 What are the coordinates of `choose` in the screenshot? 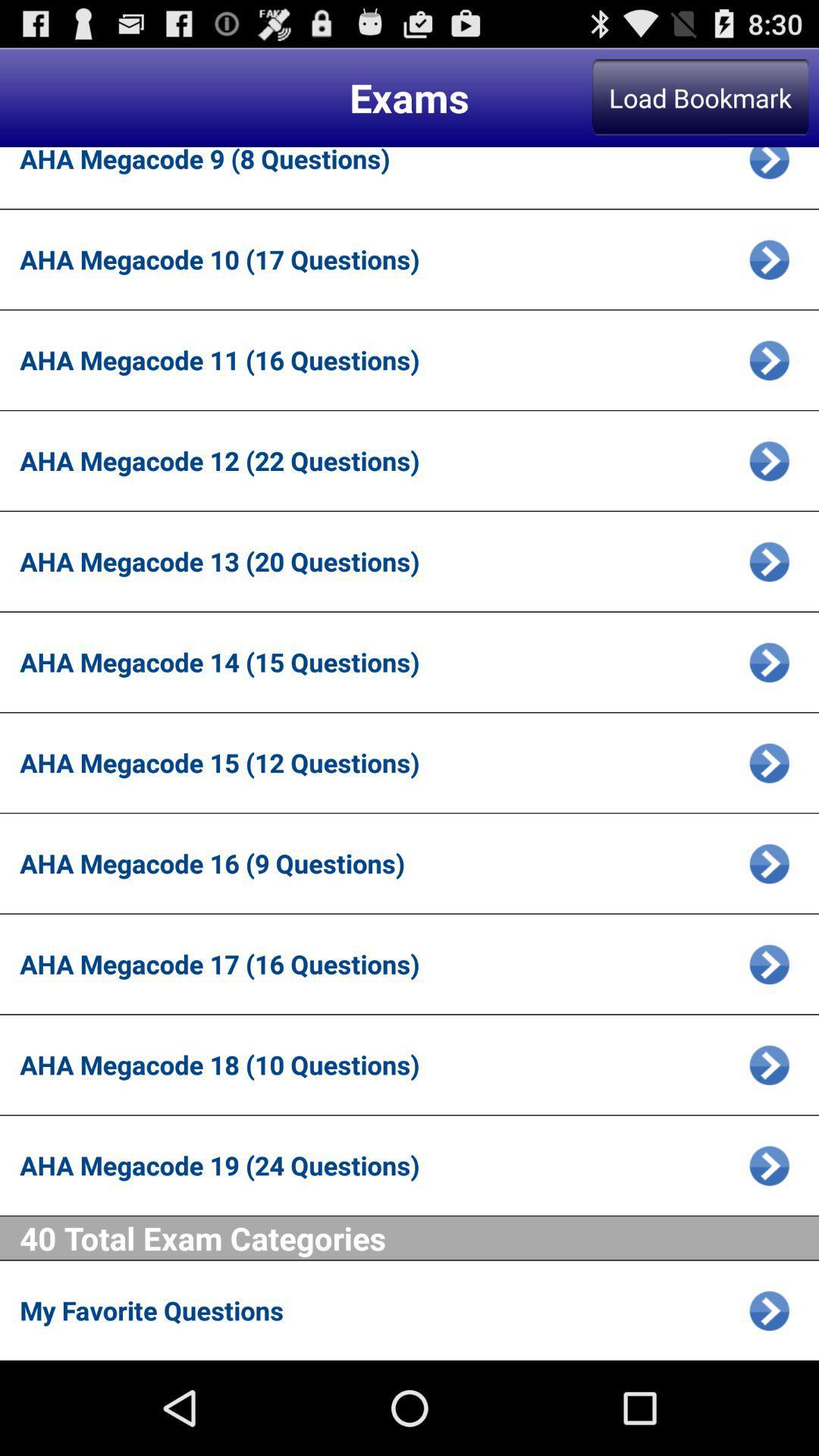 It's located at (769, 560).